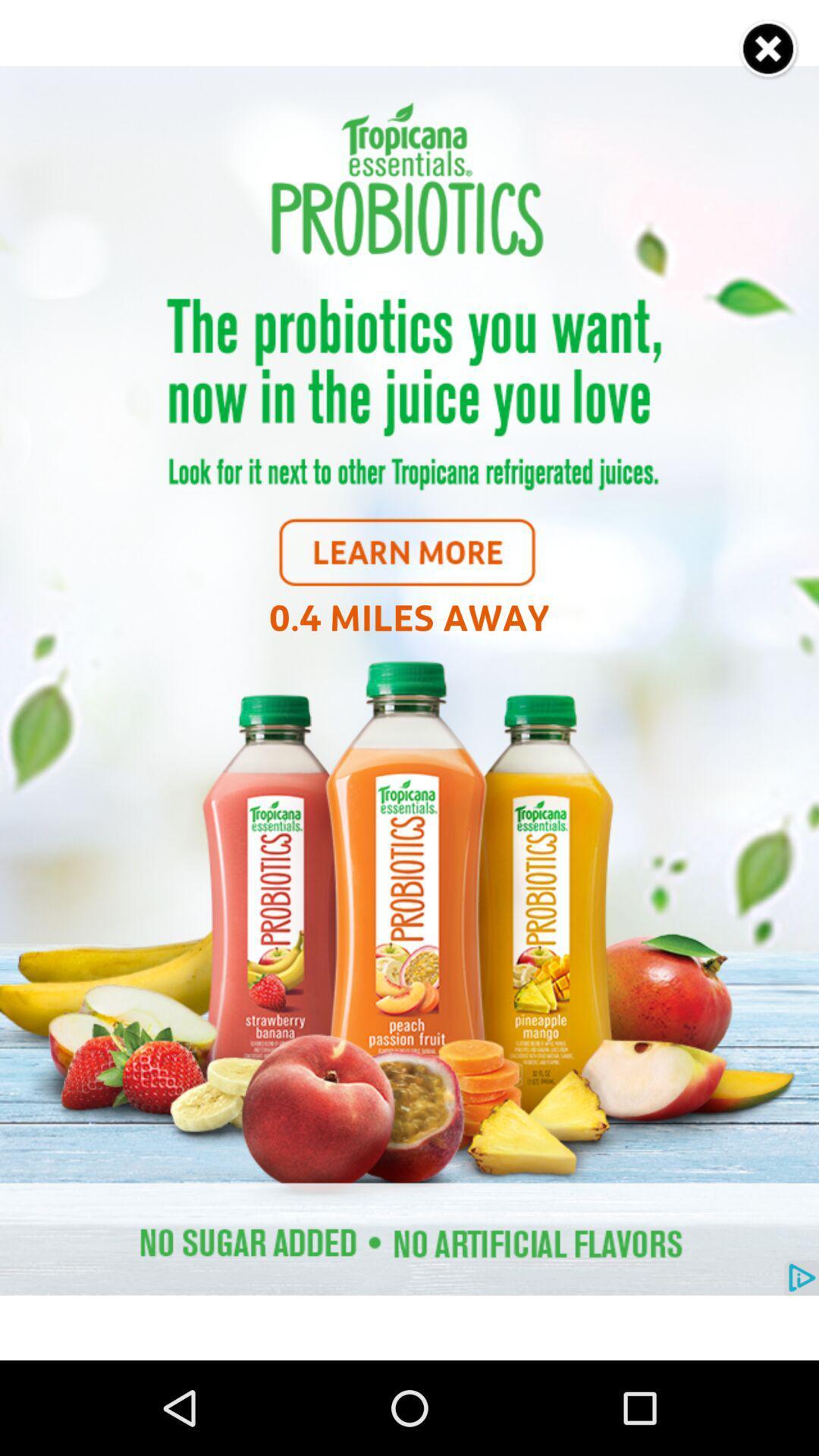 The image size is (819, 1456). I want to click on the close icon, so click(769, 53).